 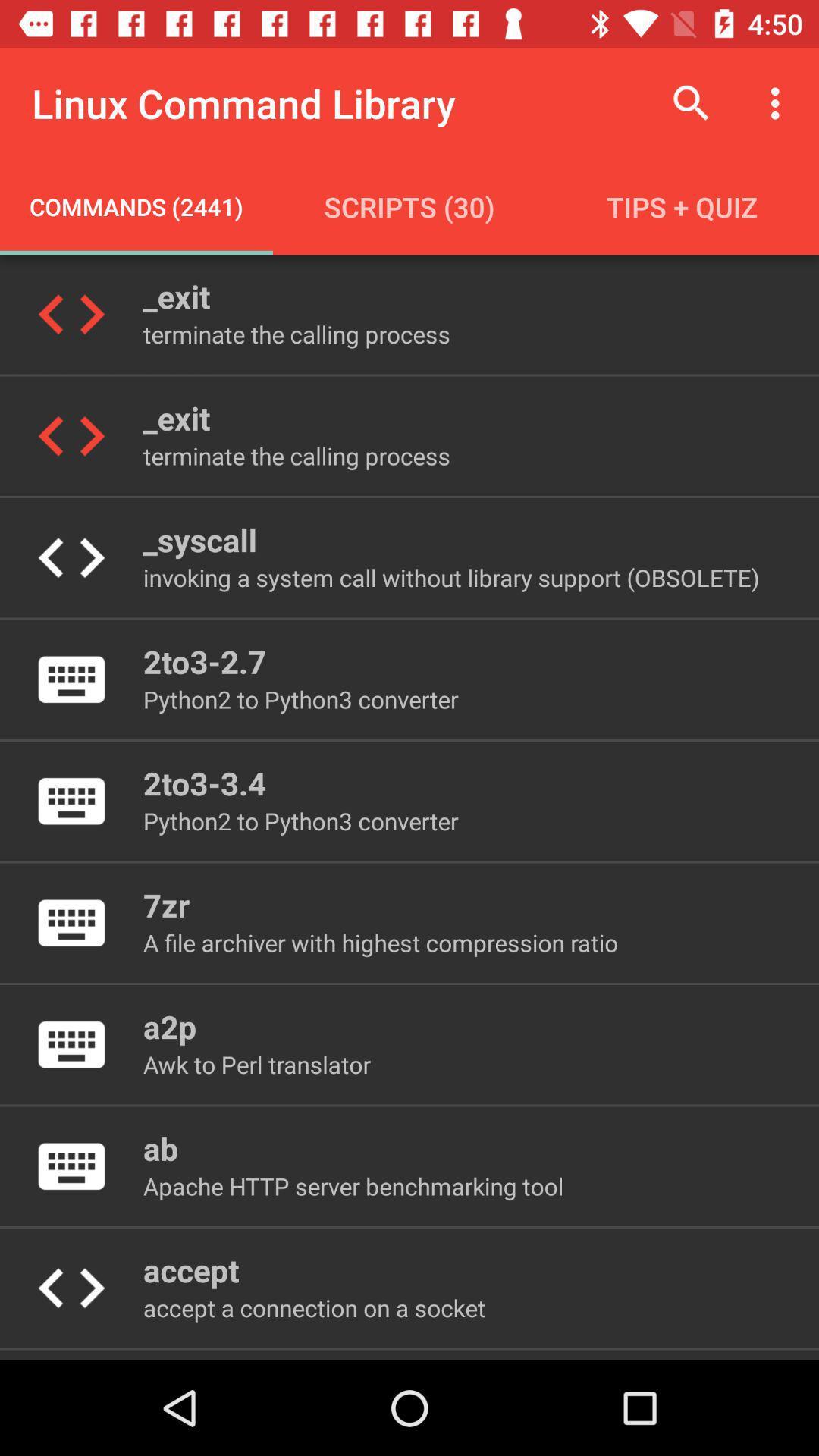 What do you see at coordinates (161, 1148) in the screenshot?
I see `the ab icon` at bounding box center [161, 1148].